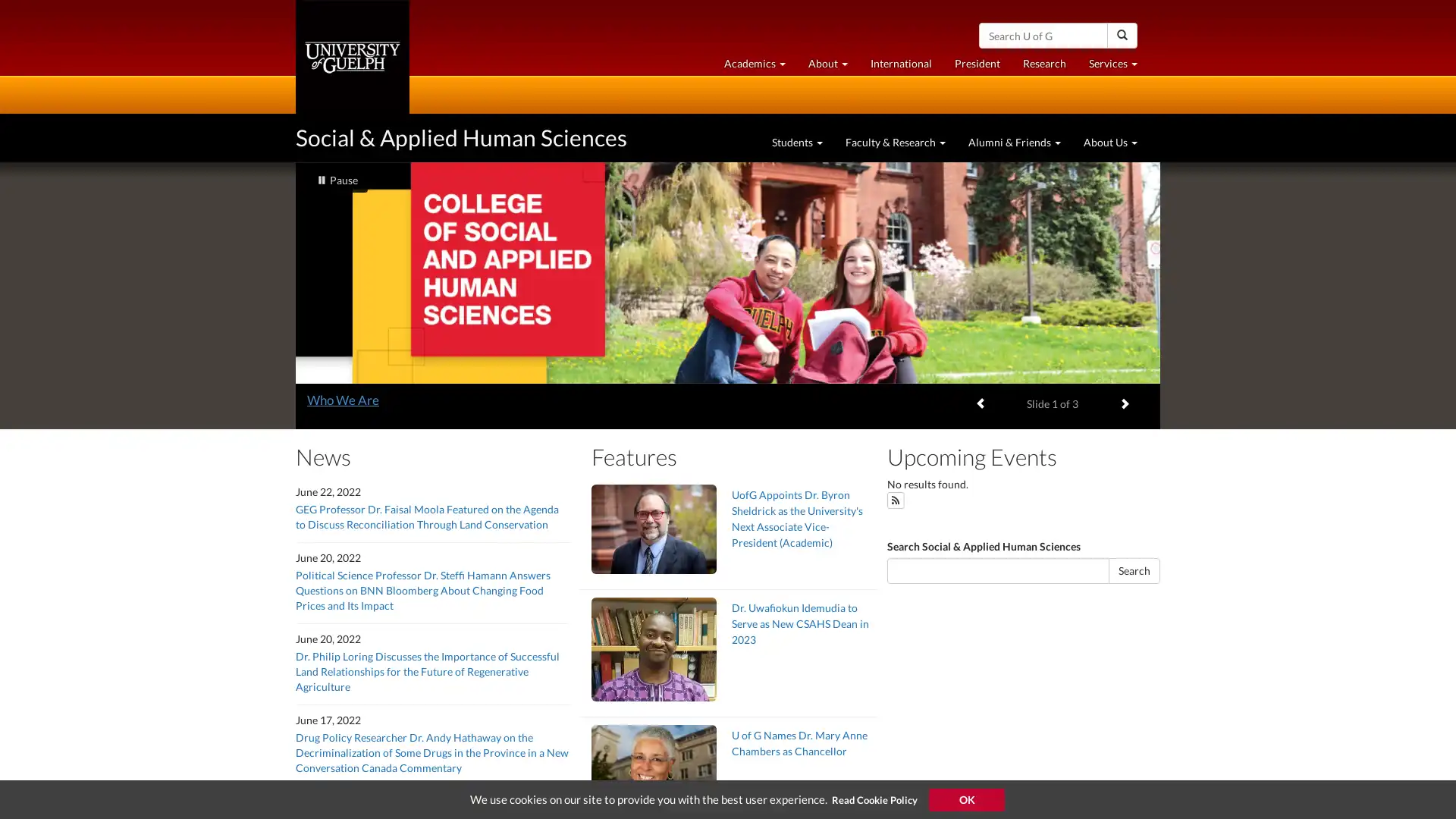  I want to click on About University of Guelph, so click(827, 63).